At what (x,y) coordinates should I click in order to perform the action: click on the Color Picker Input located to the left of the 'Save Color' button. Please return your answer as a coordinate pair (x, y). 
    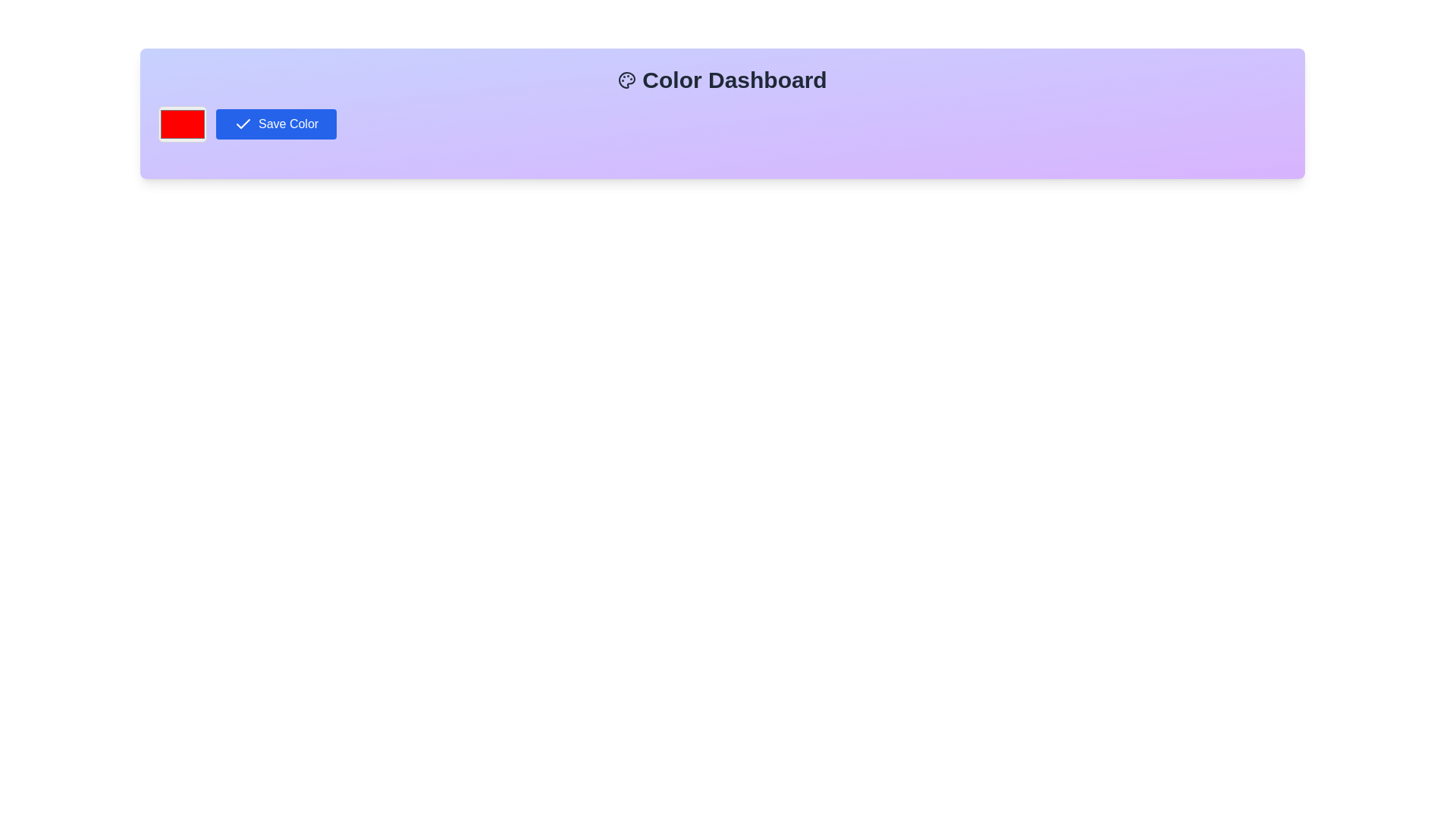
    Looking at the image, I should click on (182, 124).